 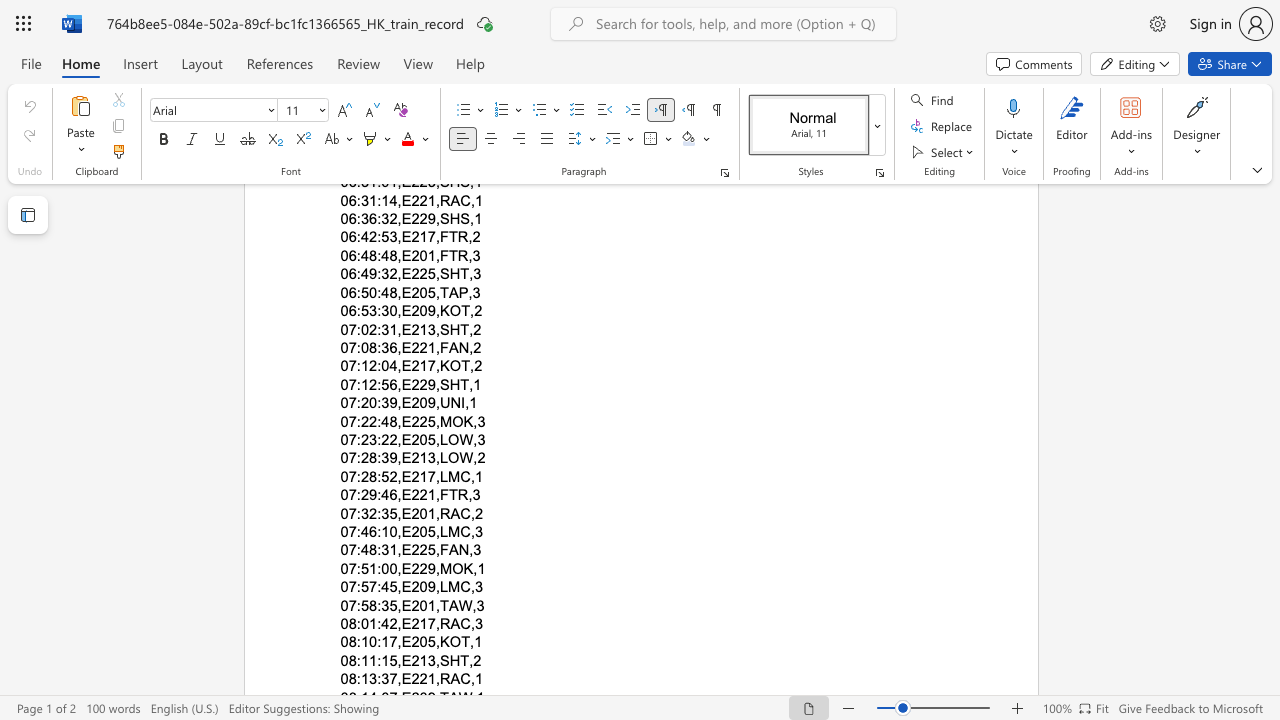 What do you see at coordinates (448, 476) in the screenshot?
I see `the space between the continuous character "L" and "M" in the text` at bounding box center [448, 476].